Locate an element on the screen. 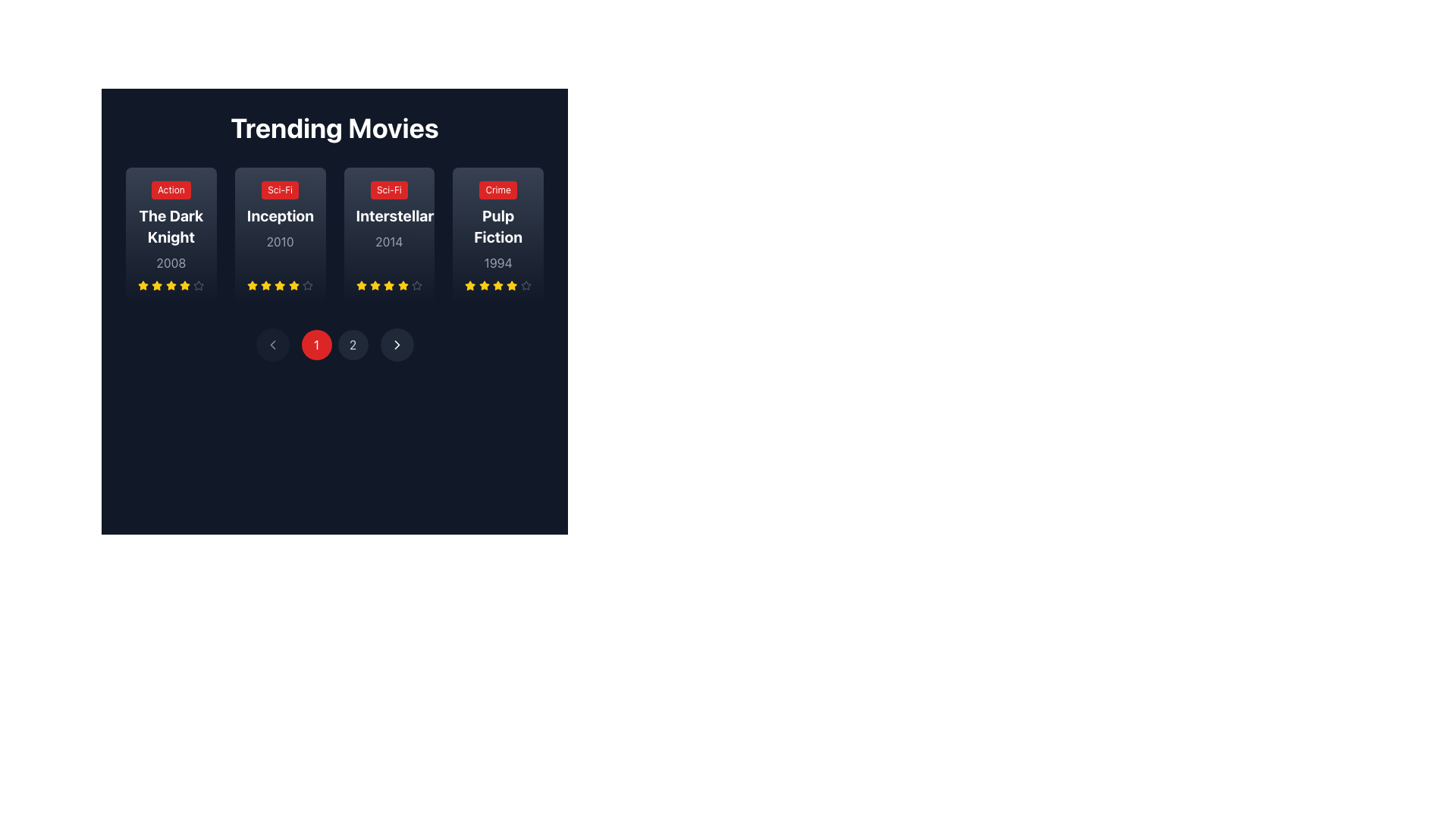 The height and width of the screenshot is (819, 1456). the fourth movie card in the 'Trending Movies' section, which displays details about the movie such as genre, title, release year, and user rating is located at coordinates (498, 235).